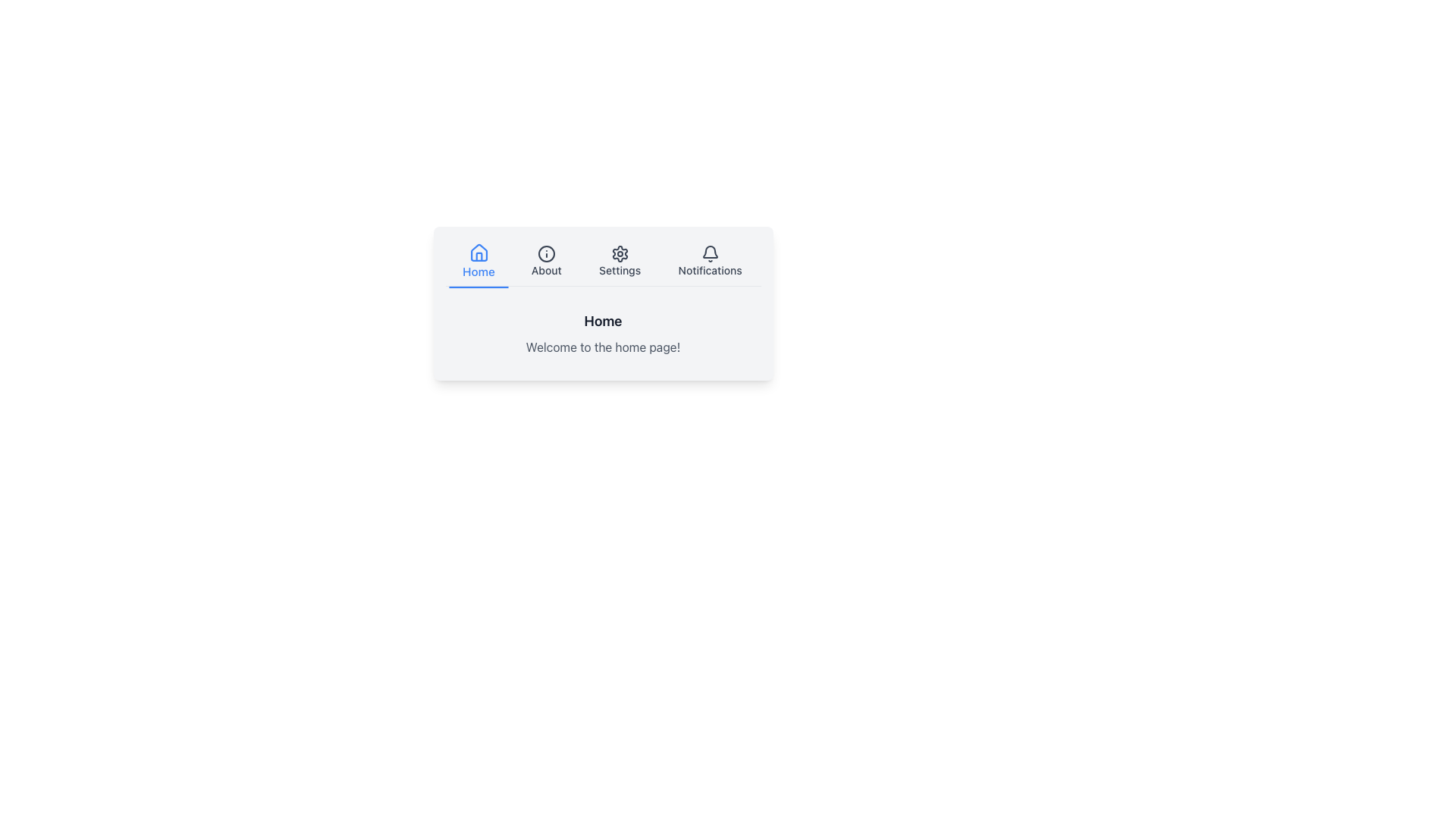 The width and height of the screenshot is (1456, 819). Describe the element at coordinates (546, 253) in the screenshot. I see `the 'About' icon located above the 'About' text in the navigation bar` at that location.